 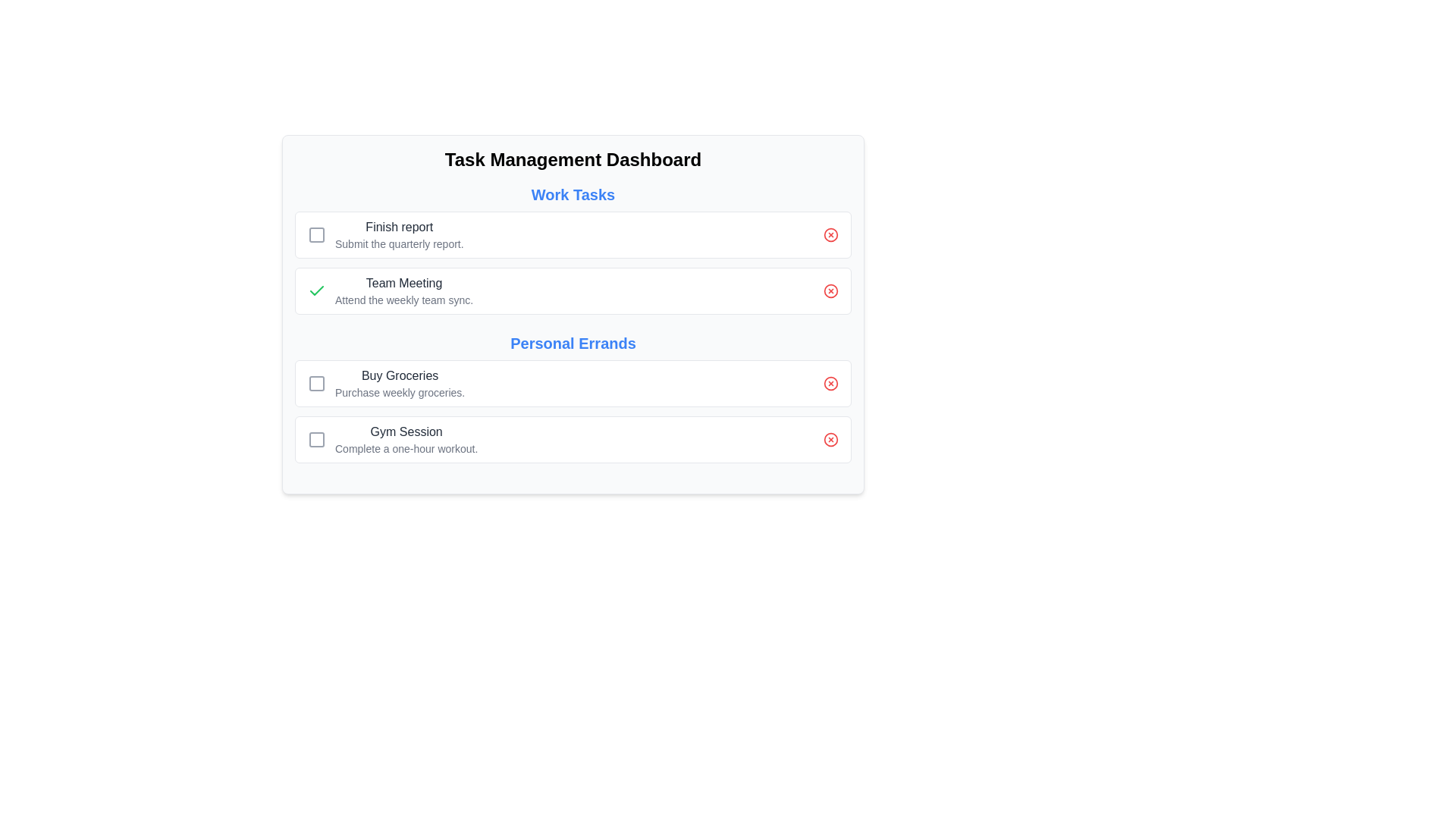 What do you see at coordinates (400, 382) in the screenshot?
I see `descriptive information from the third list item in the 'Personal Errands' section, located below 'Work Tasks' and adjacent to a checkbox` at bounding box center [400, 382].